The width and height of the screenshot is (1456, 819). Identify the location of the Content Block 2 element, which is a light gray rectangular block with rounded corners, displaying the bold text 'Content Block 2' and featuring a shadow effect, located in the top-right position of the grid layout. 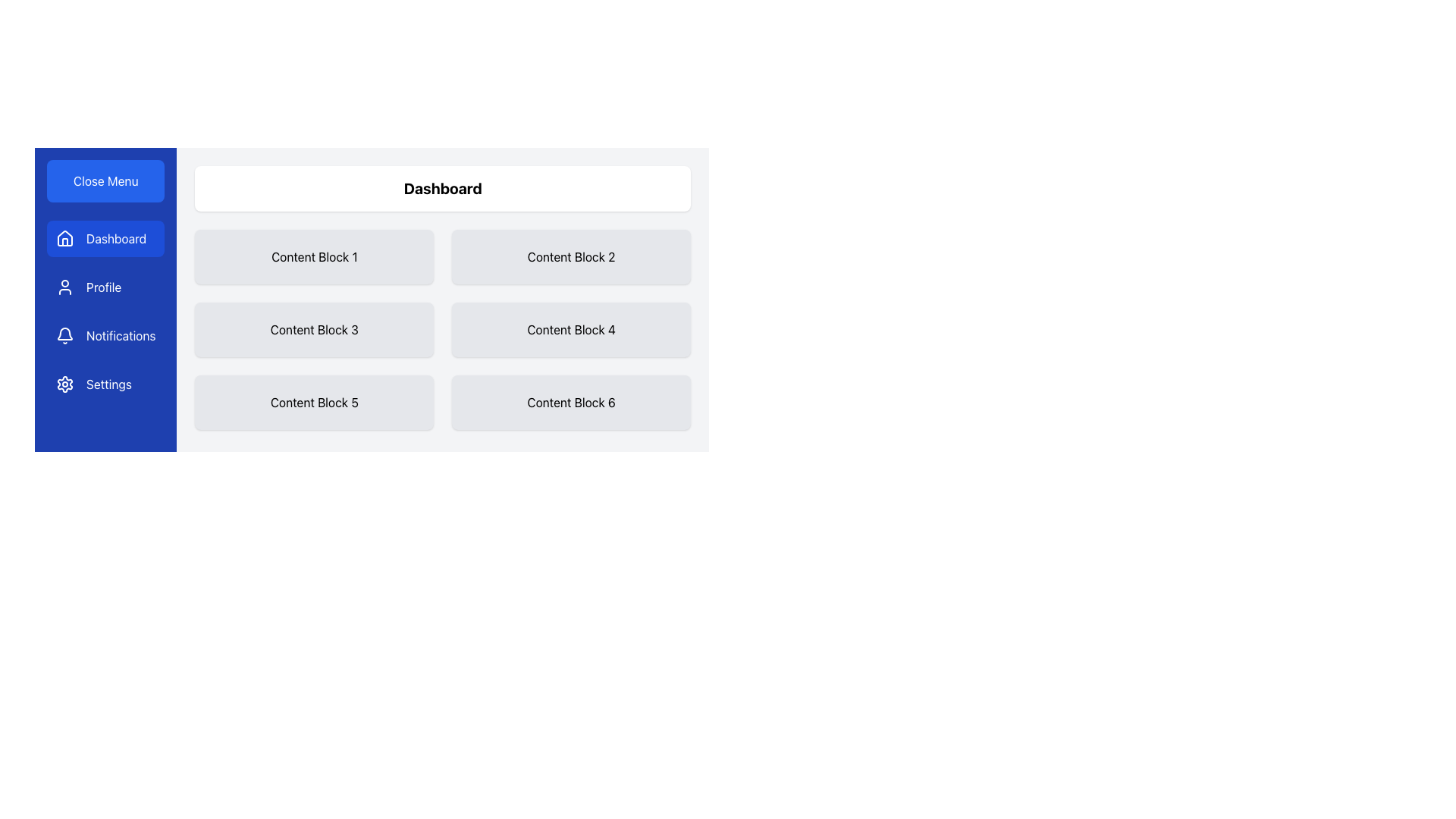
(570, 256).